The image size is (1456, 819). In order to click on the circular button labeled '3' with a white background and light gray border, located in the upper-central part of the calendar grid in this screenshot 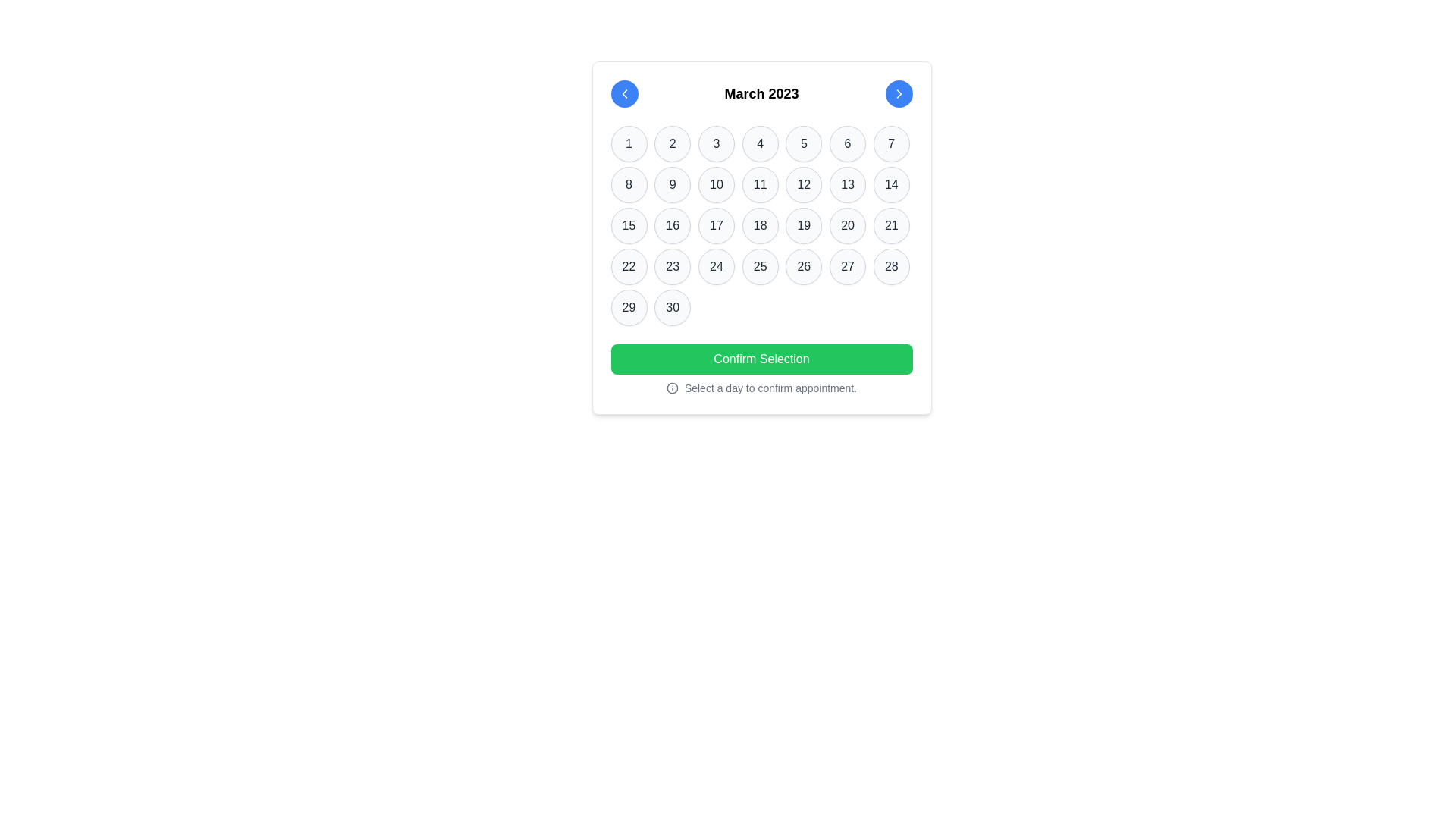, I will do `click(715, 143)`.